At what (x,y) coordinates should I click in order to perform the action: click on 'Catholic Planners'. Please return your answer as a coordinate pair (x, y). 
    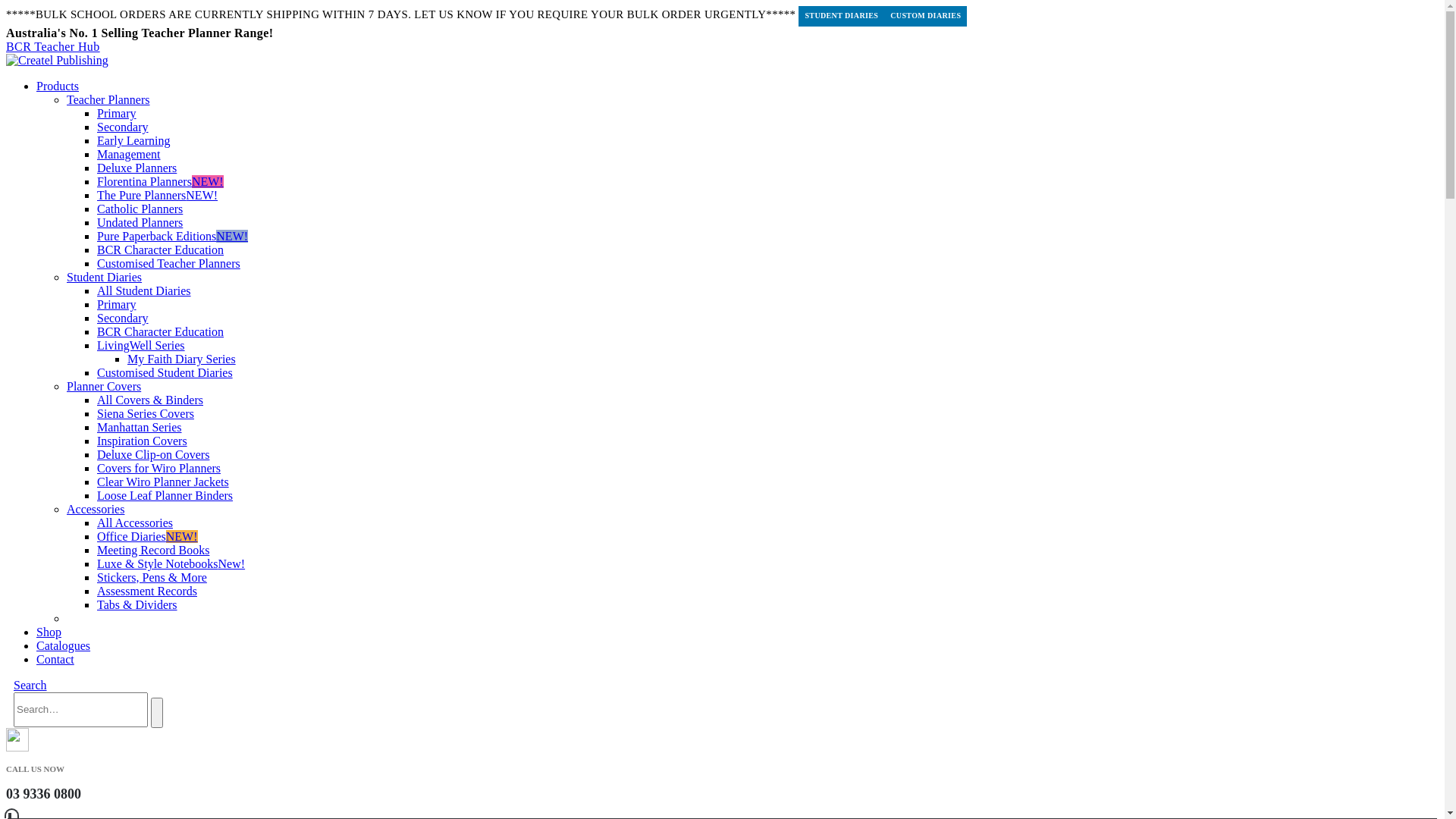
    Looking at the image, I should click on (140, 209).